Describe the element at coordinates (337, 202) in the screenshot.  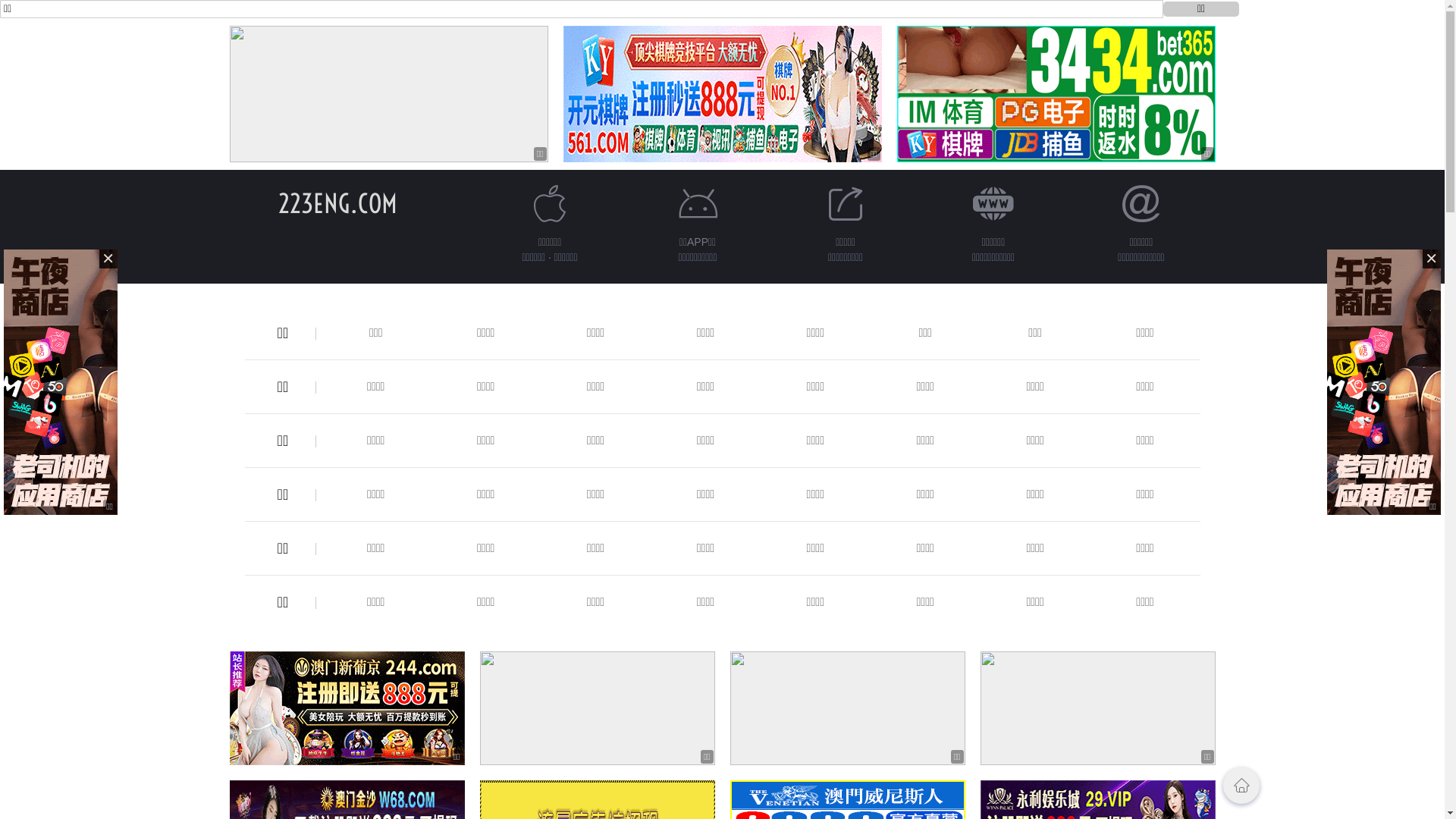
I see `'223ENG.COM'` at that location.